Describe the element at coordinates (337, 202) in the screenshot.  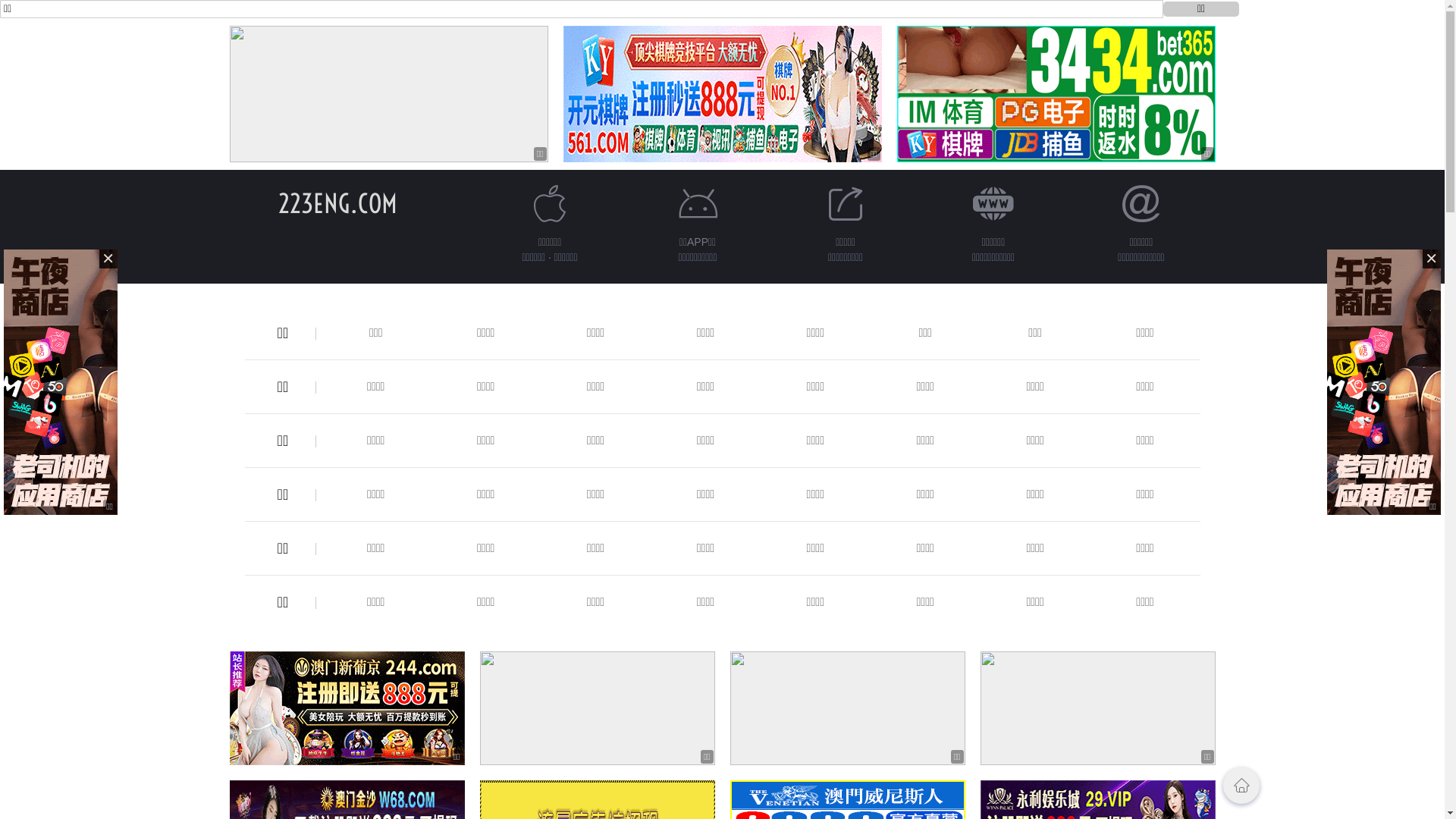
I see `'223ENG.COM'` at that location.